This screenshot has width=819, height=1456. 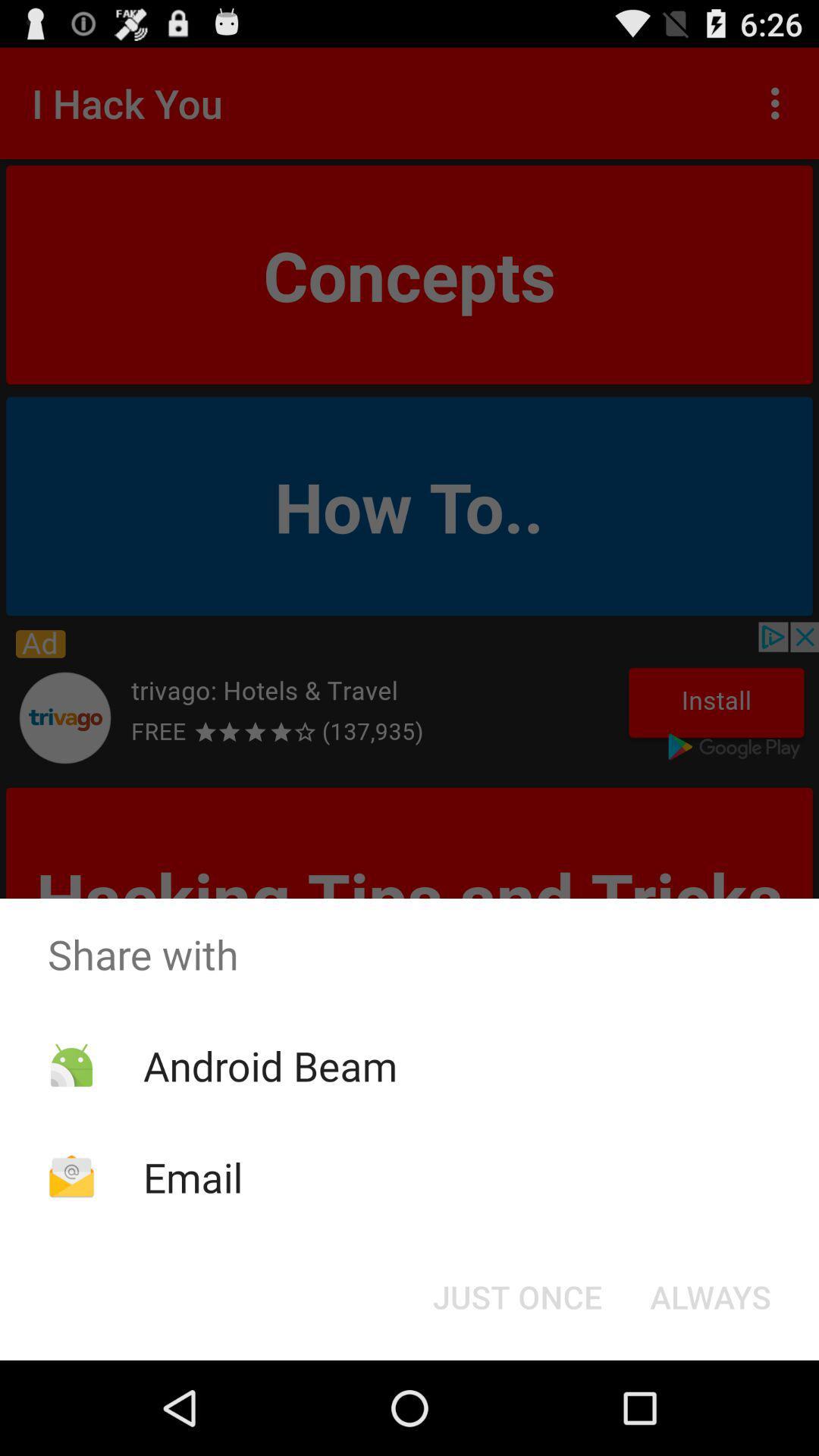 What do you see at coordinates (711, 1295) in the screenshot?
I see `always button` at bounding box center [711, 1295].